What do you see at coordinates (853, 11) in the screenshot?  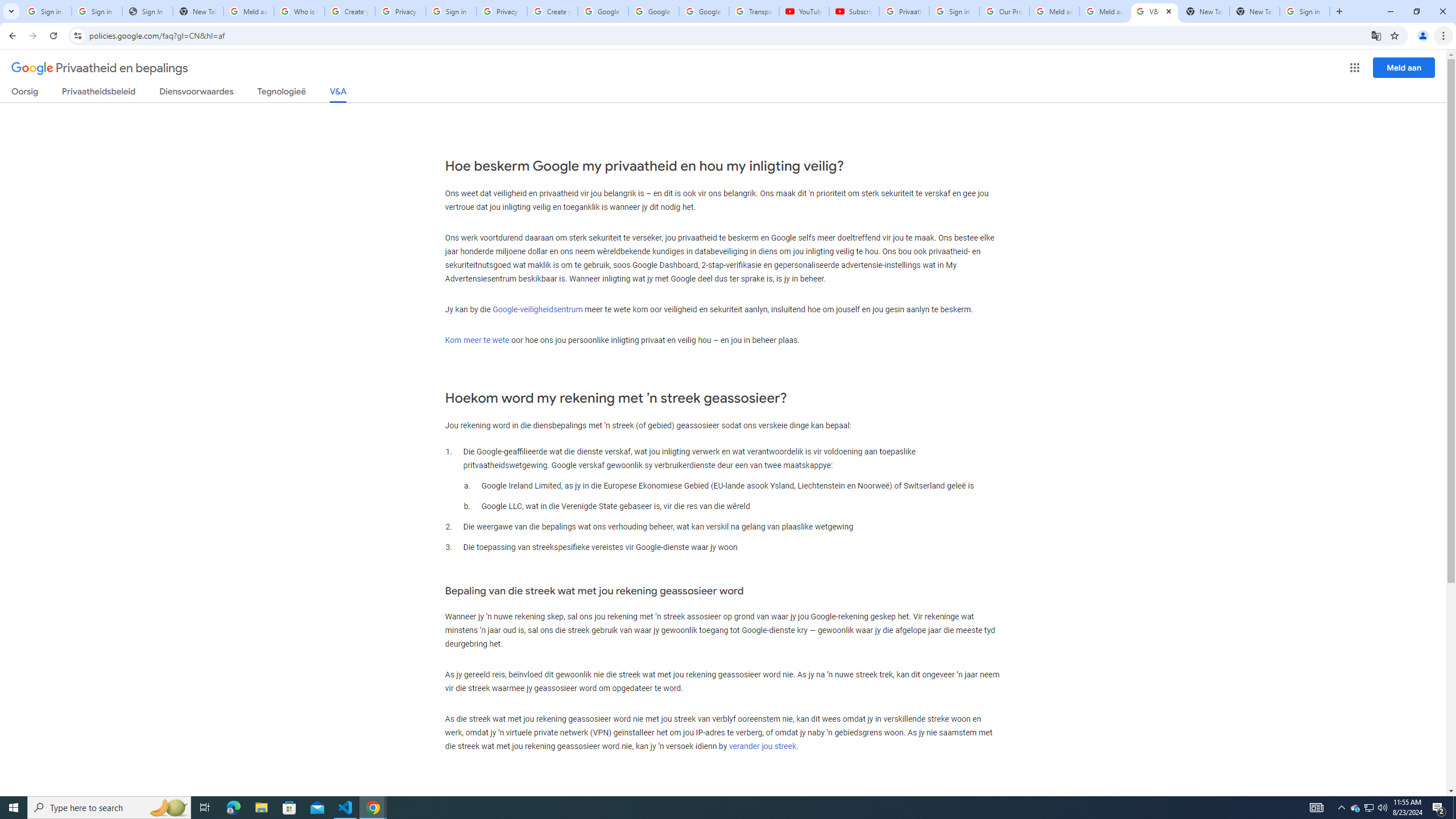 I see `'Subscriptions - YouTube'` at bounding box center [853, 11].